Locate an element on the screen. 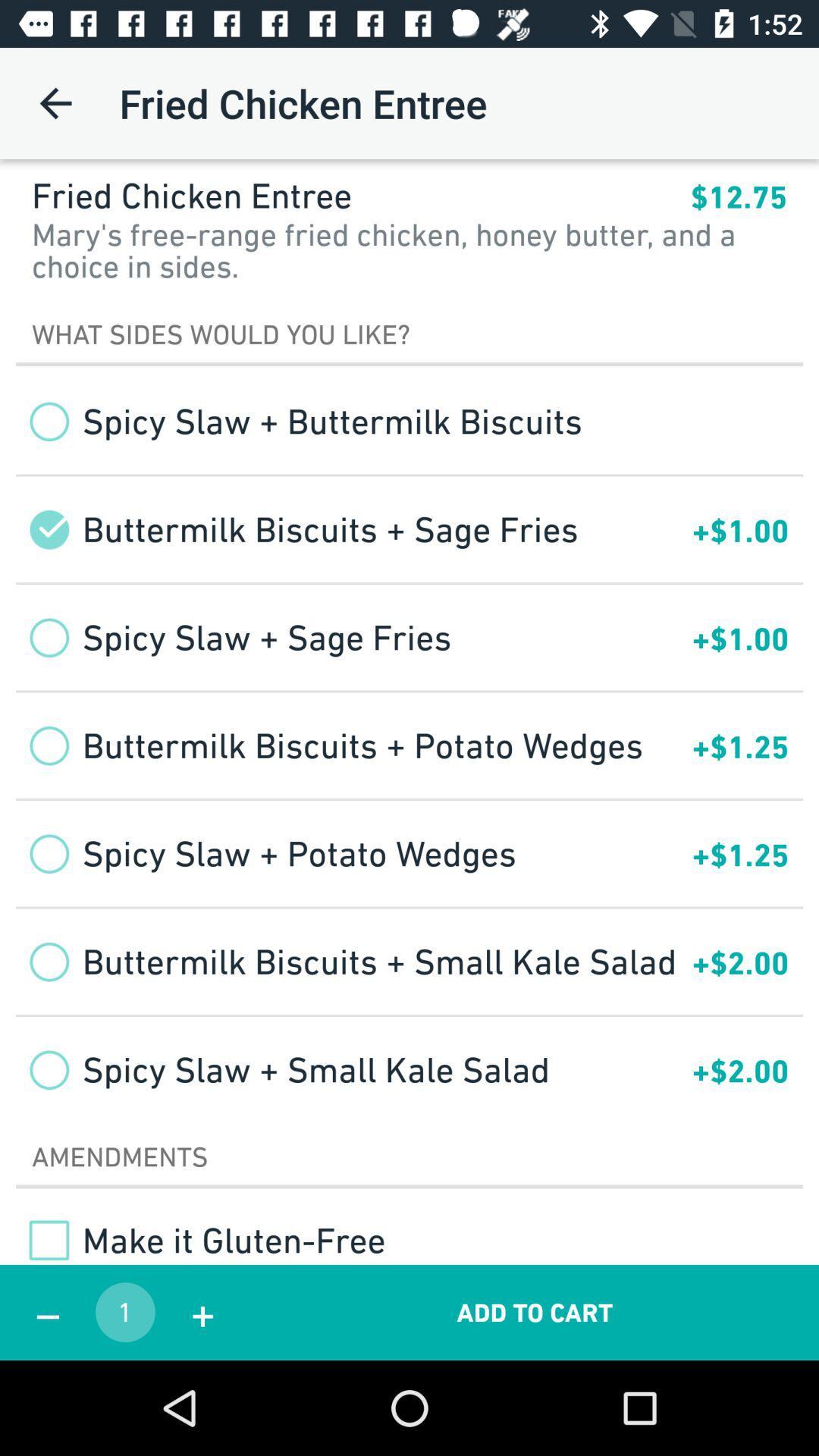 Image resolution: width=819 pixels, height=1456 pixels. make it gluten icon is located at coordinates (199, 1240).